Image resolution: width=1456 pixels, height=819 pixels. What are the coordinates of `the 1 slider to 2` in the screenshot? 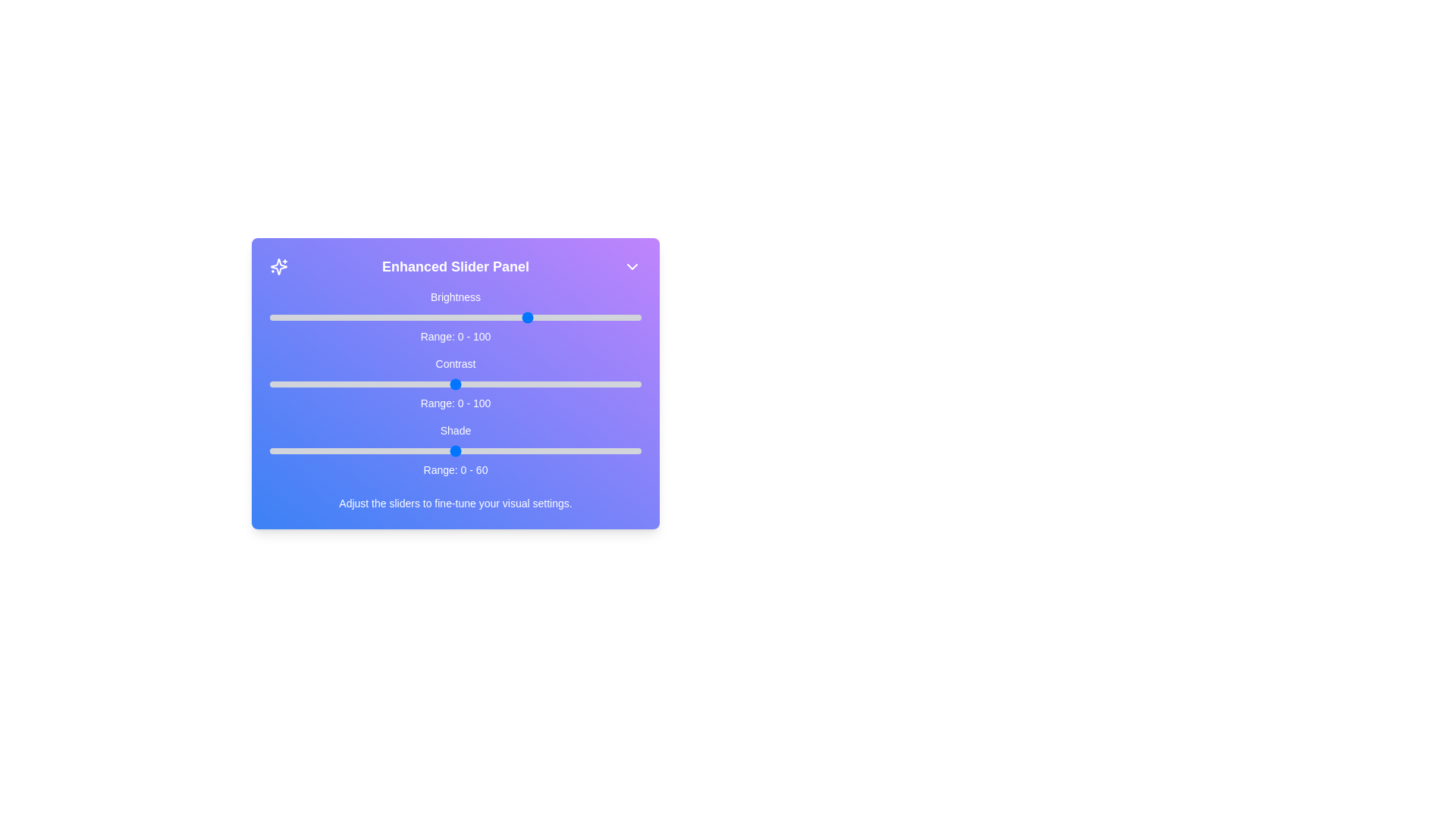 It's located at (277, 383).